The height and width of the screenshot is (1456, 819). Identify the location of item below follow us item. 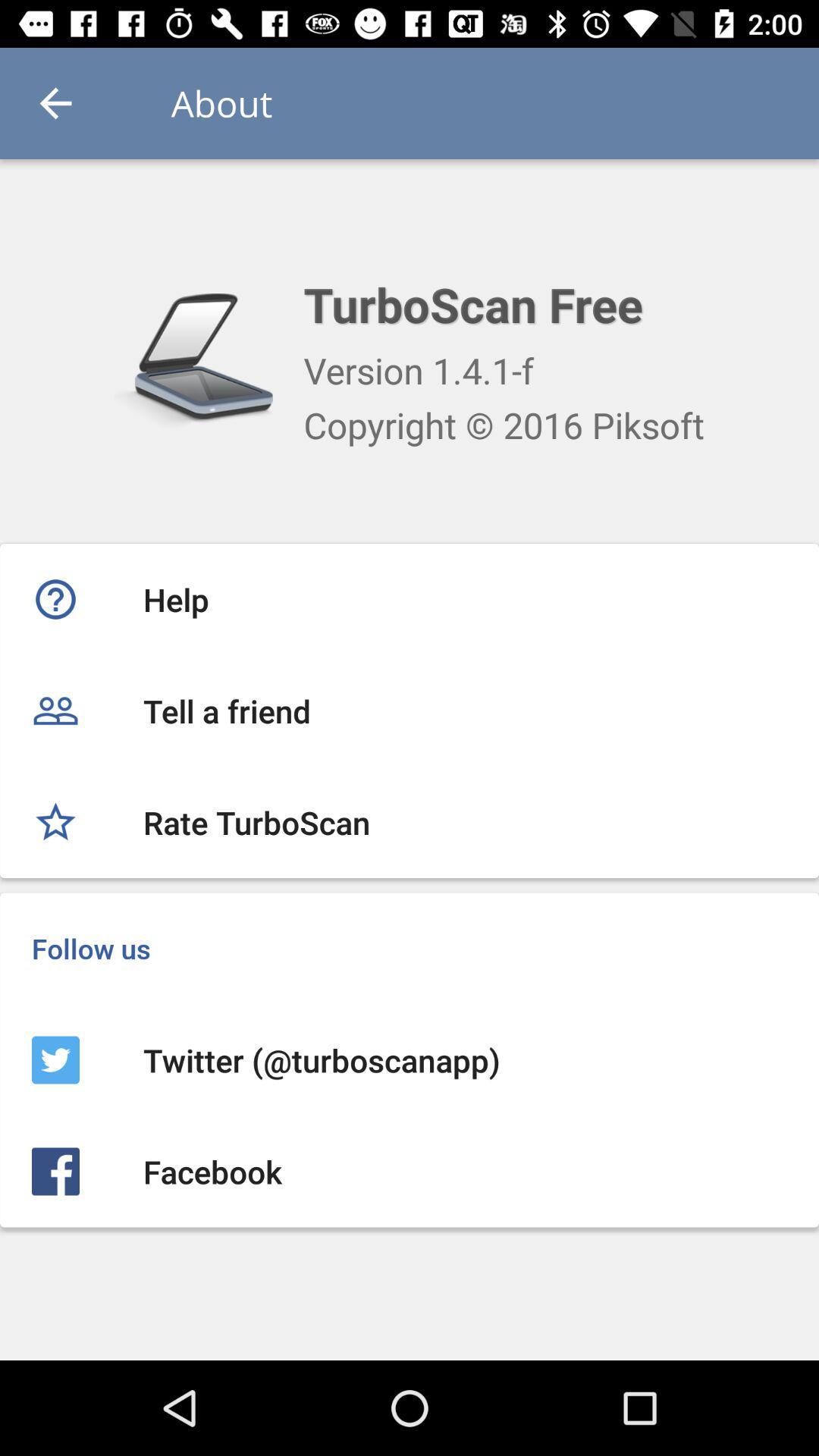
(409, 1059).